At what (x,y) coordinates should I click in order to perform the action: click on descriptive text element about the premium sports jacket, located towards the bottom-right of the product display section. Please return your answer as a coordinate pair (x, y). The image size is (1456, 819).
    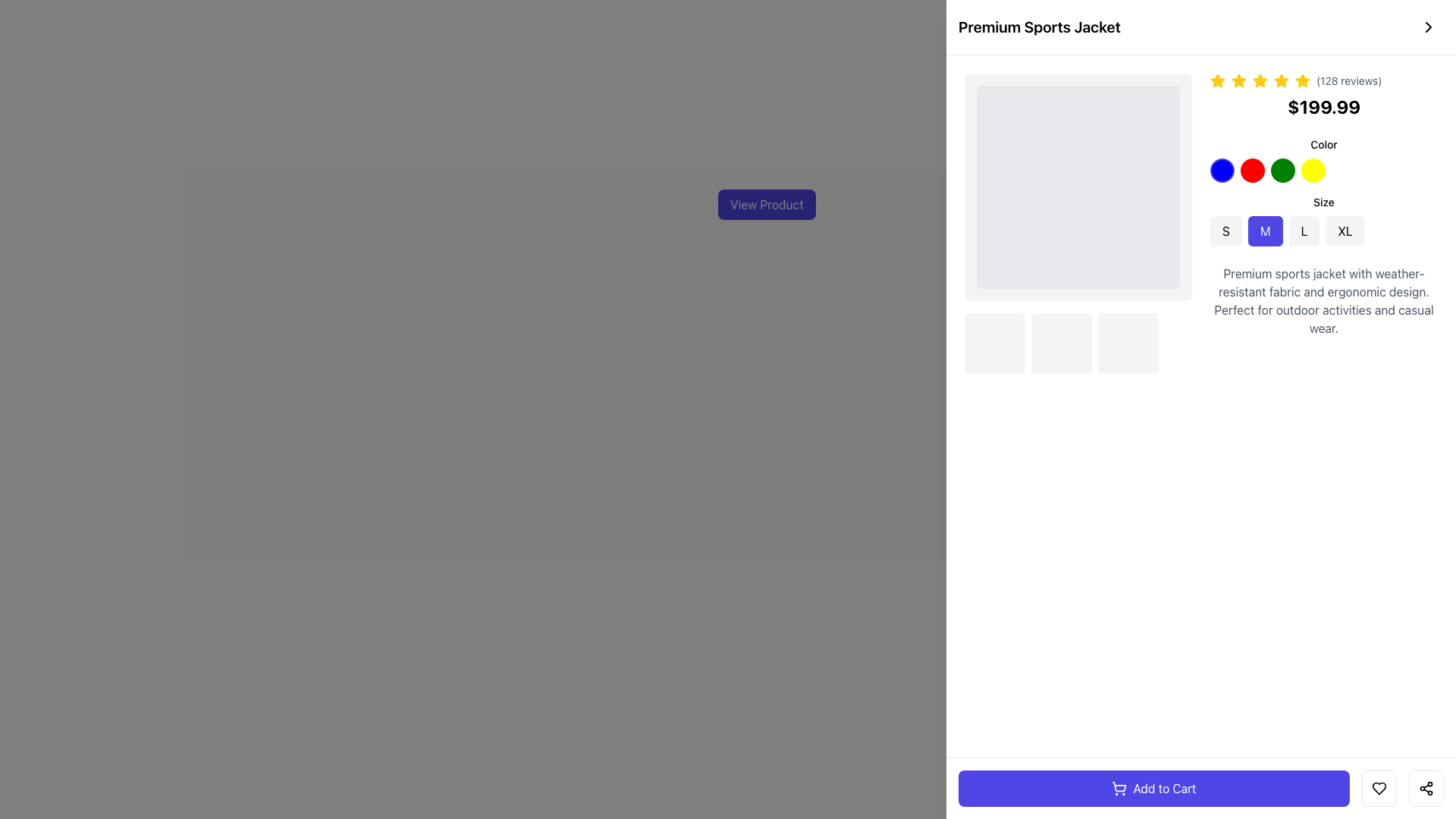
    Looking at the image, I should click on (1323, 301).